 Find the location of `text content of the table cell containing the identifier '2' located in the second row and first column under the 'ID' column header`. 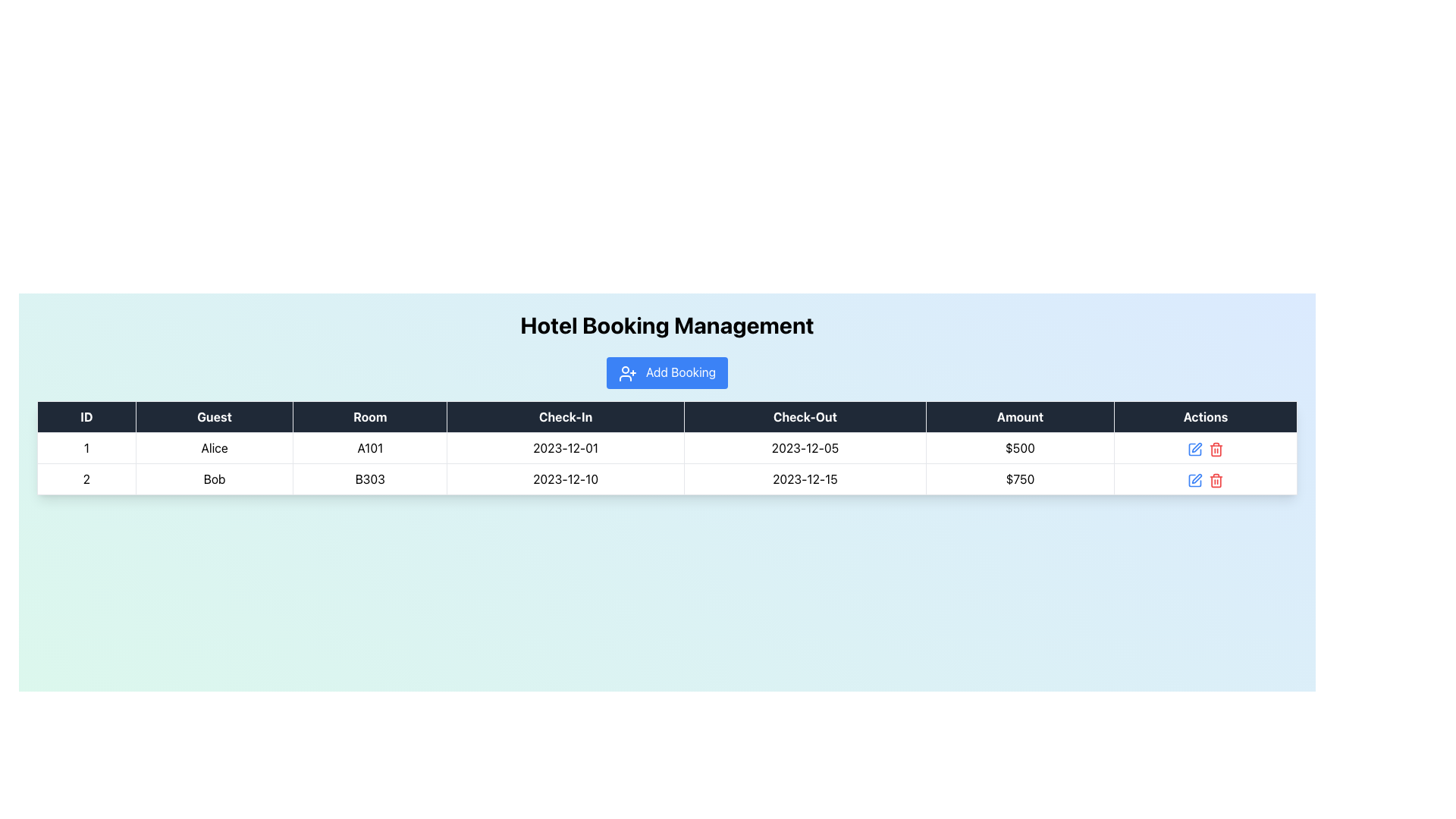

text content of the table cell containing the identifier '2' located in the second row and first column under the 'ID' column header is located at coordinates (86, 479).